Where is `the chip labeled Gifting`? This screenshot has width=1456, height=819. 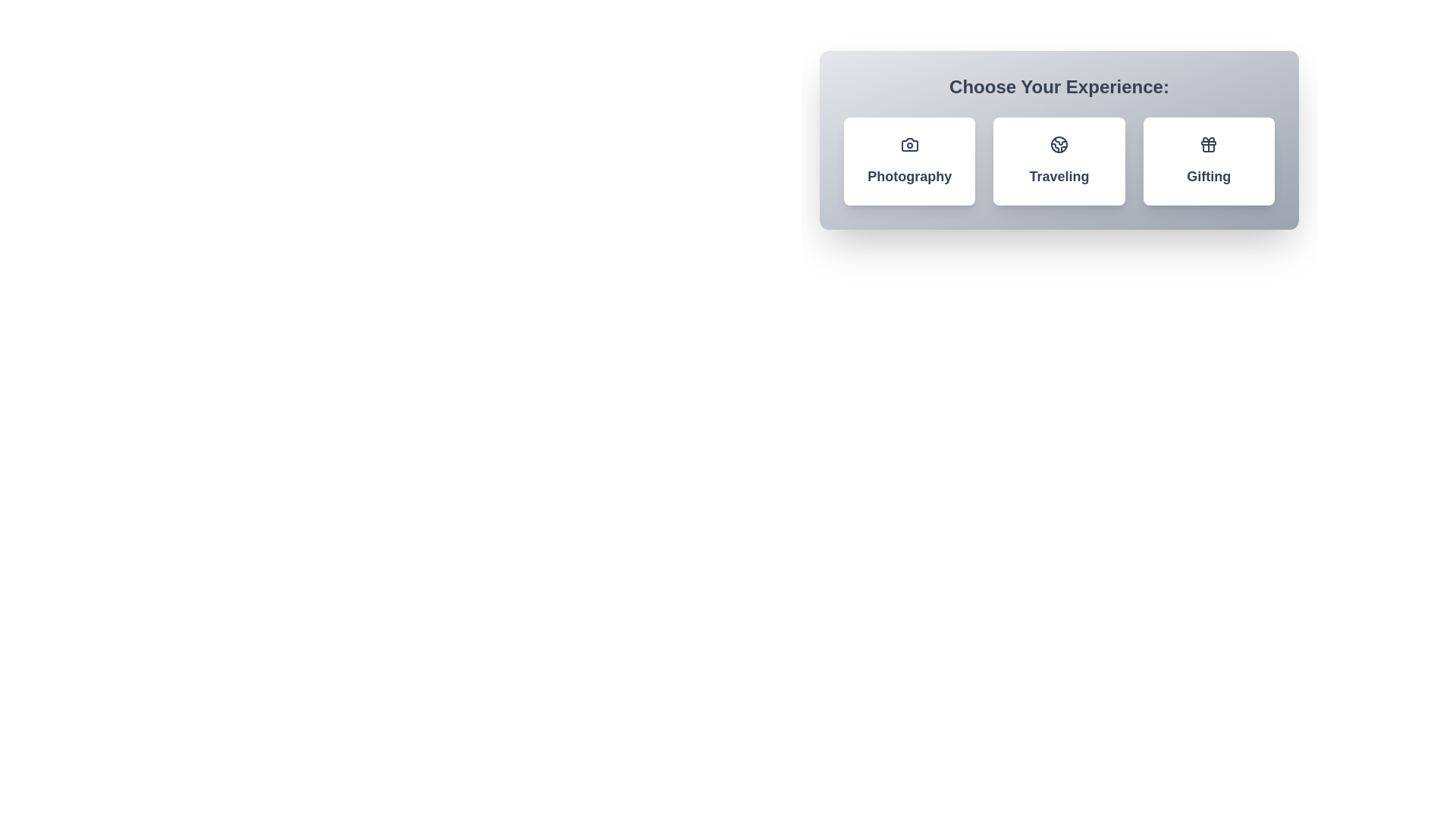 the chip labeled Gifting is located at coordinates (1208, 161).